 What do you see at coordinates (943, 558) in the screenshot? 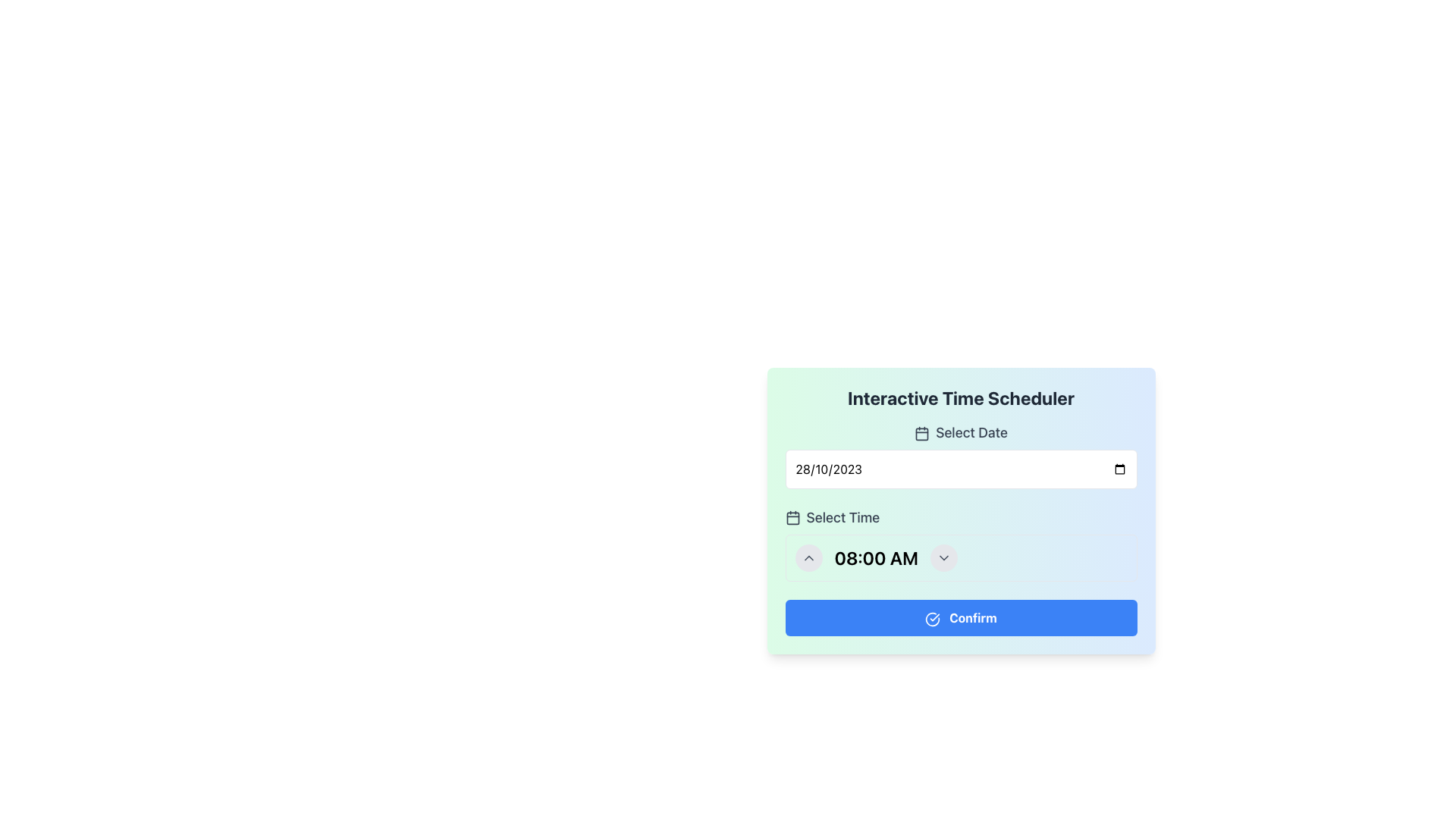
I see `the downward-facing chevron icon, which is styled in a thin and modern line design and is located within the button to decrease the hour in the time selection interface` at bounding box center [943, 558].